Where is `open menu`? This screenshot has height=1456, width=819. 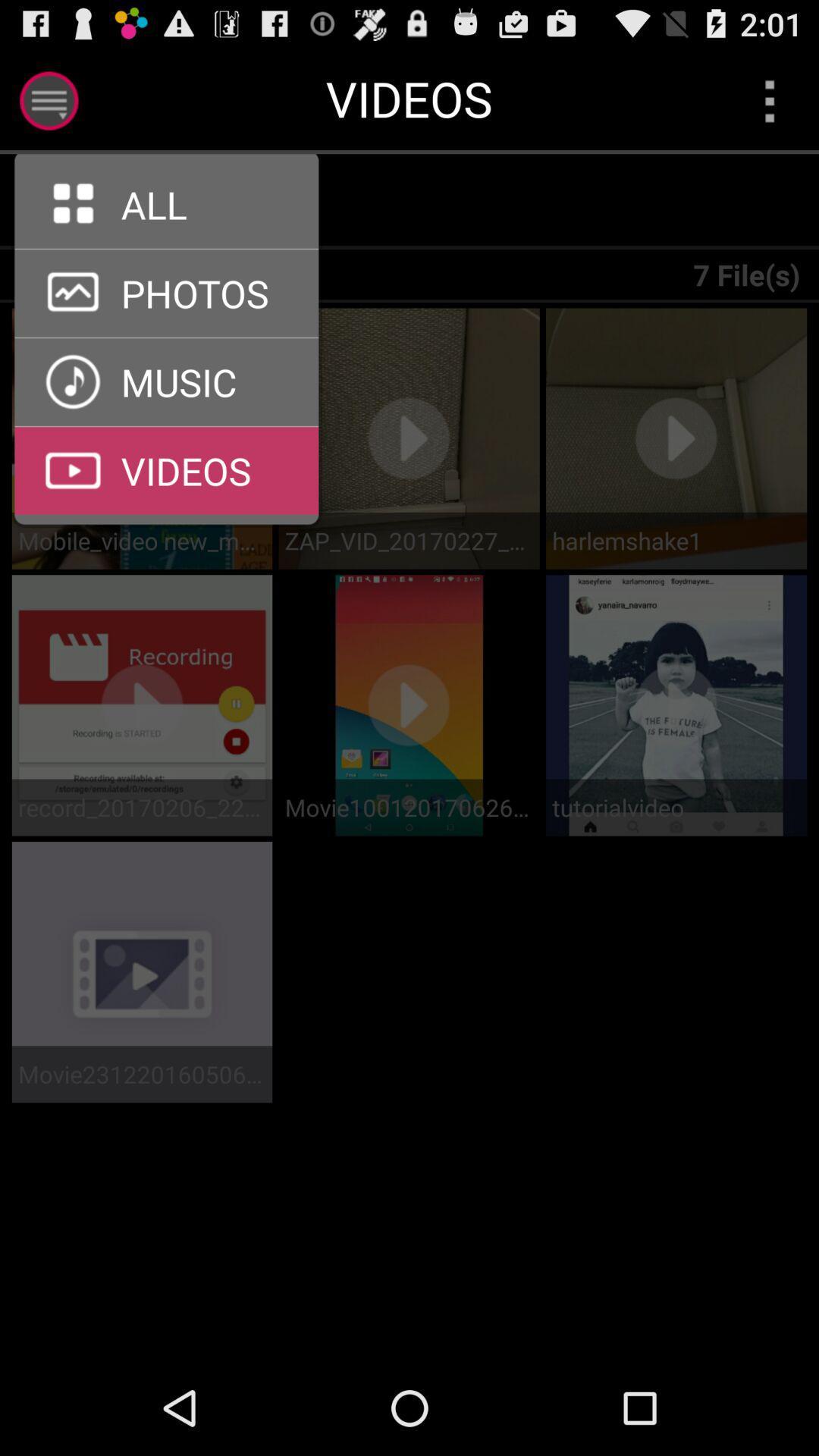 open menu is located at coordinates (770, 100).